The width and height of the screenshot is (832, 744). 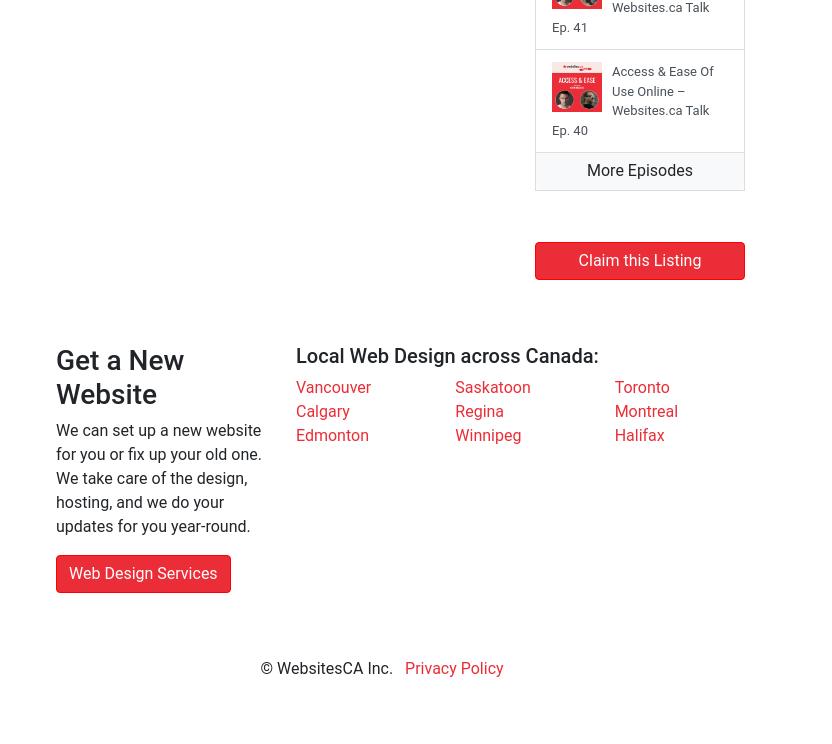 What do you see at coordinates (639, 169) in the screenshot?
I see `'More Episodes'` at bounding box center [639, 169].